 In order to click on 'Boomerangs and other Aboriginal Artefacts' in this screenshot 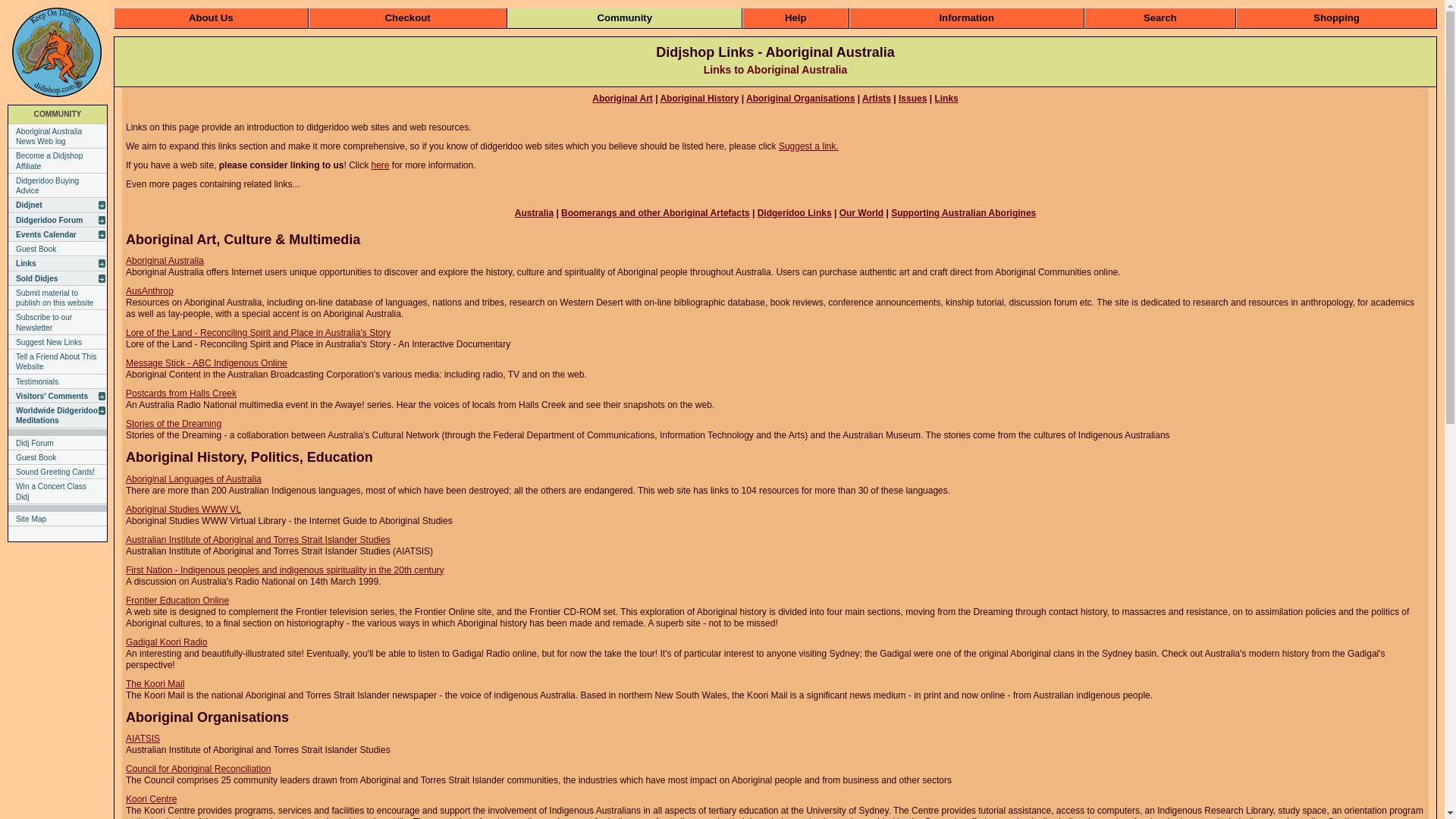, I will do `click(655, 213)`.